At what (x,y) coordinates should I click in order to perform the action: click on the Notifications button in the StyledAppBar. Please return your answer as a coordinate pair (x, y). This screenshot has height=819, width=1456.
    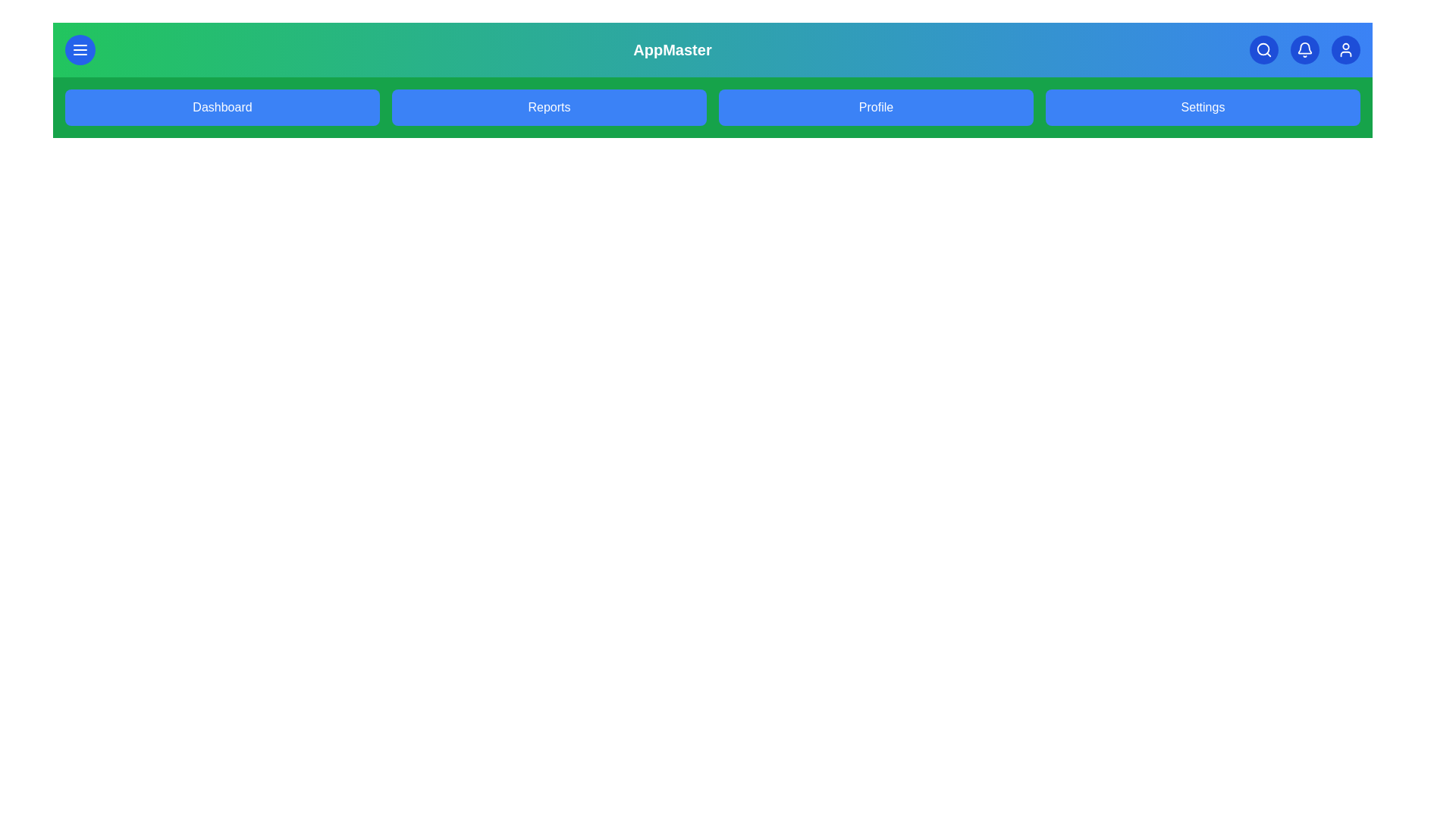
    Looking at the image, I should click on (1304, 49).